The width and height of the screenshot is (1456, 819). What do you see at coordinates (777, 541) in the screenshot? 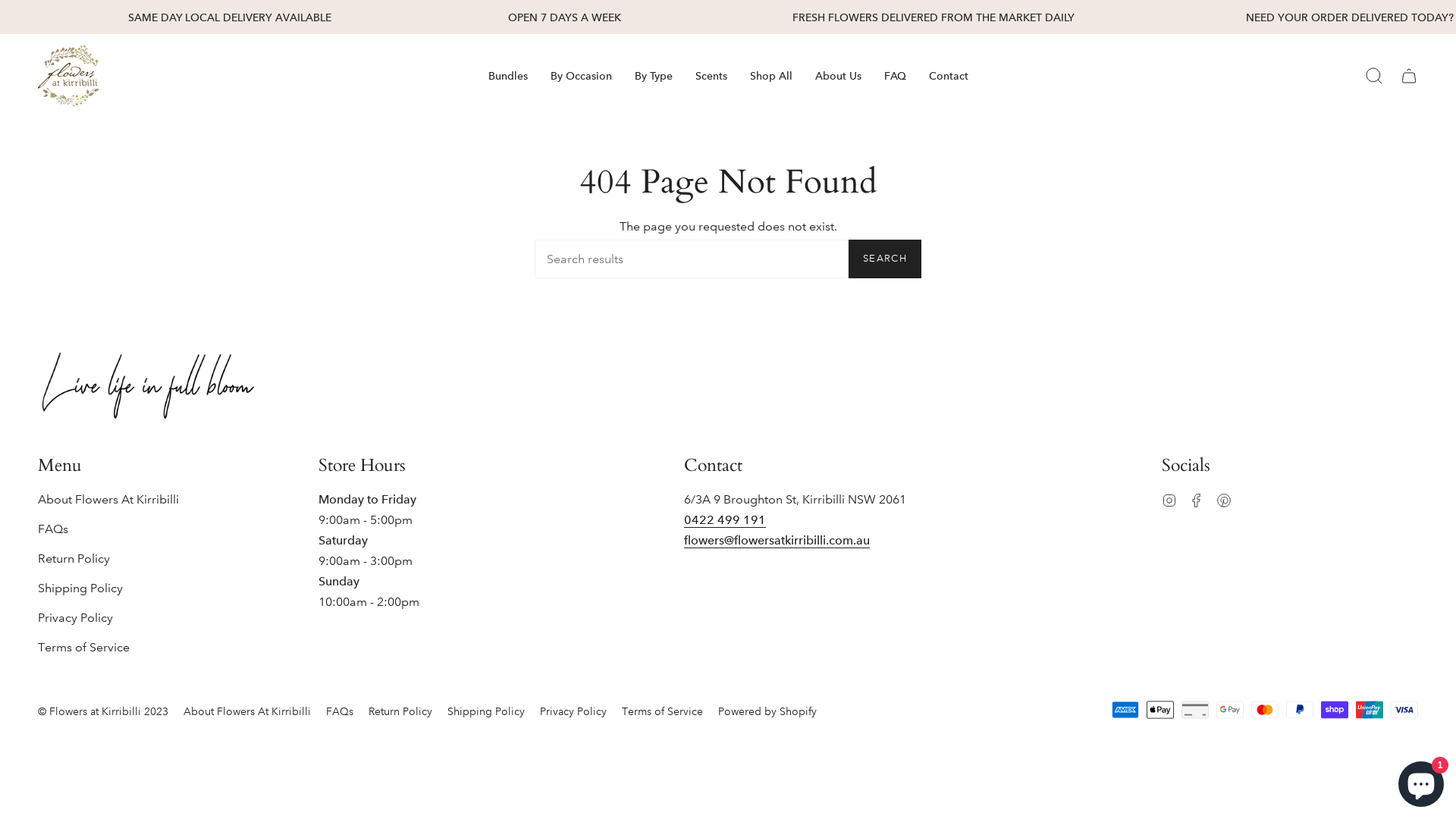
I see `'flowers@flowersatkirribilli.com.au'` at bounding box center [777, 541].